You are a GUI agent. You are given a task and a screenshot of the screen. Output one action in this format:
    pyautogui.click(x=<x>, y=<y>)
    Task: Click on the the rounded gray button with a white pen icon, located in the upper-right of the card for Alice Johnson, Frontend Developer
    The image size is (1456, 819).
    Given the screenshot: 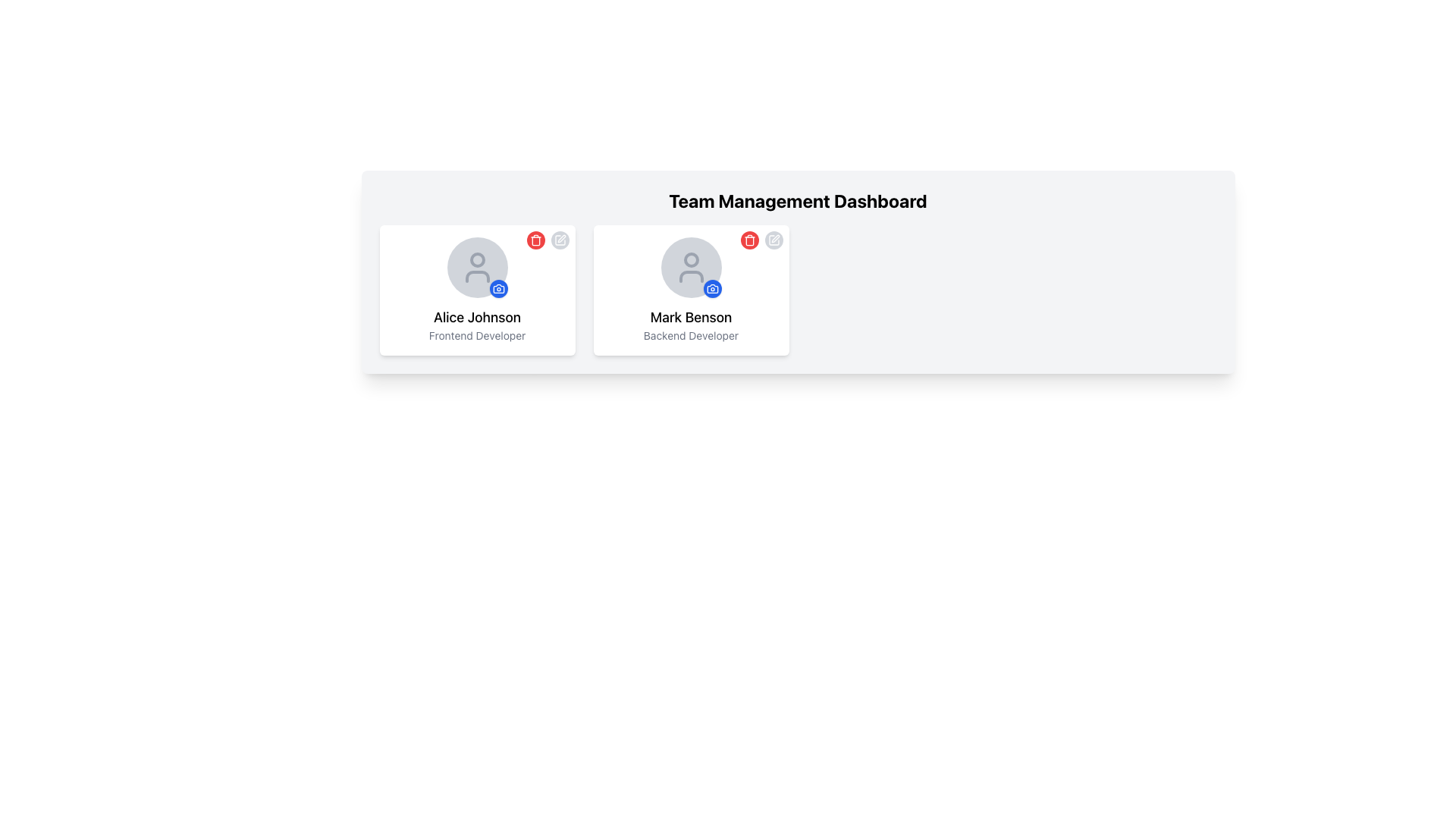 What is the action you would take?
    pyautogui.click(x=559, y=239)
    